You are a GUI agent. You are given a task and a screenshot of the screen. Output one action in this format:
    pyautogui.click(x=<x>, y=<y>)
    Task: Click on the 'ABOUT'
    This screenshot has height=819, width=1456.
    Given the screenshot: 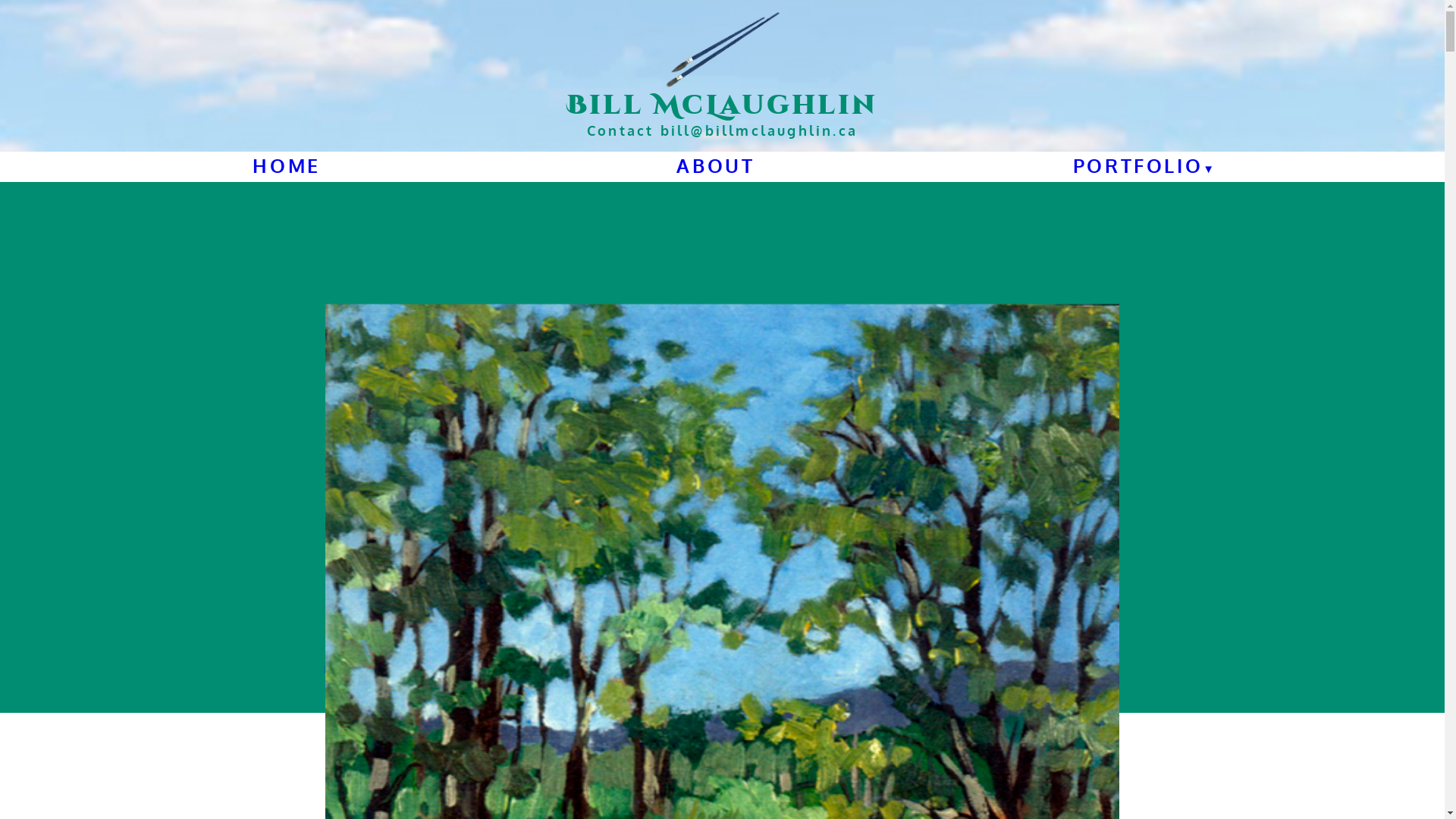 What is the action you would take?
    pyautogui.click(x=714, y=165)
    